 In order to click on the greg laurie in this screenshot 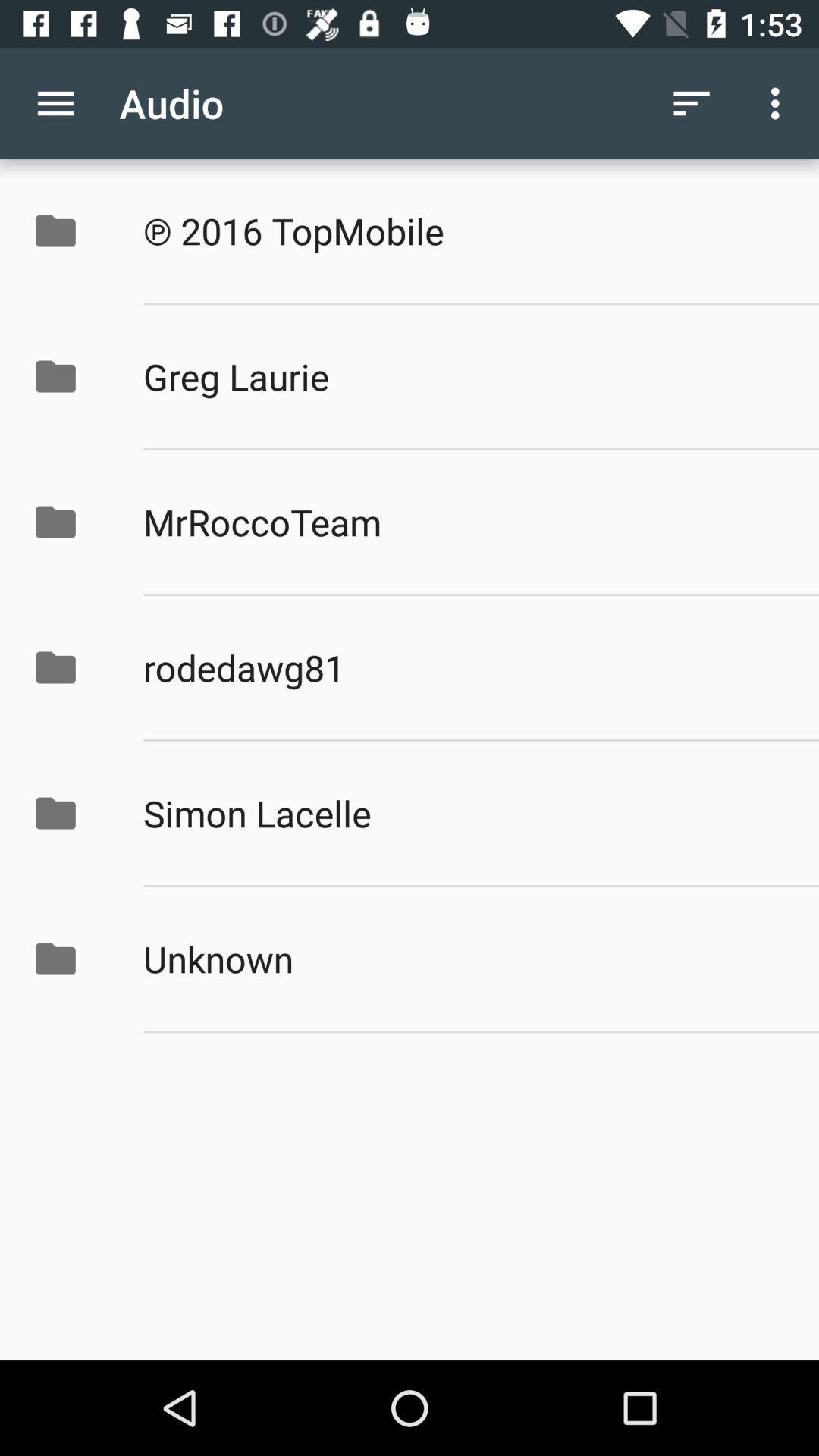, I will do `click(464, 376)`.